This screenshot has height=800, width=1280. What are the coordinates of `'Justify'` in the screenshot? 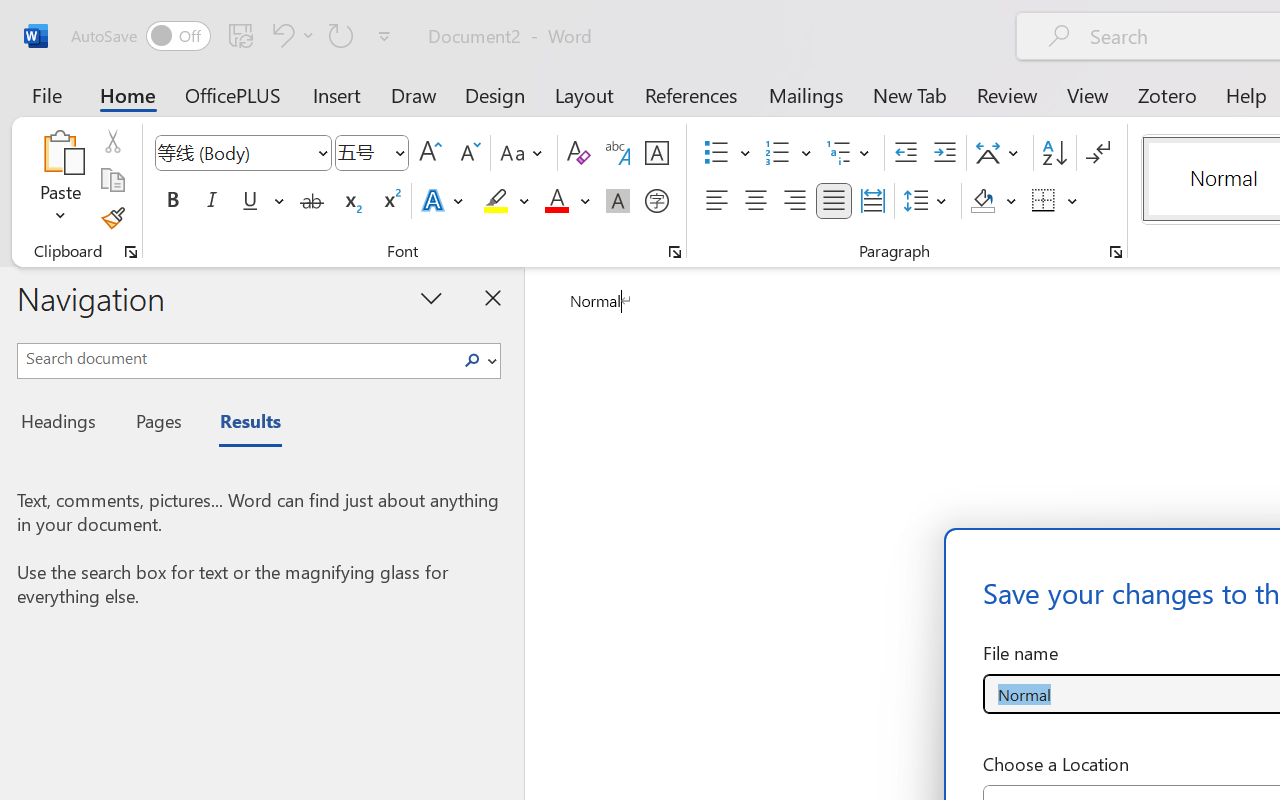 It's located at (834, 201).